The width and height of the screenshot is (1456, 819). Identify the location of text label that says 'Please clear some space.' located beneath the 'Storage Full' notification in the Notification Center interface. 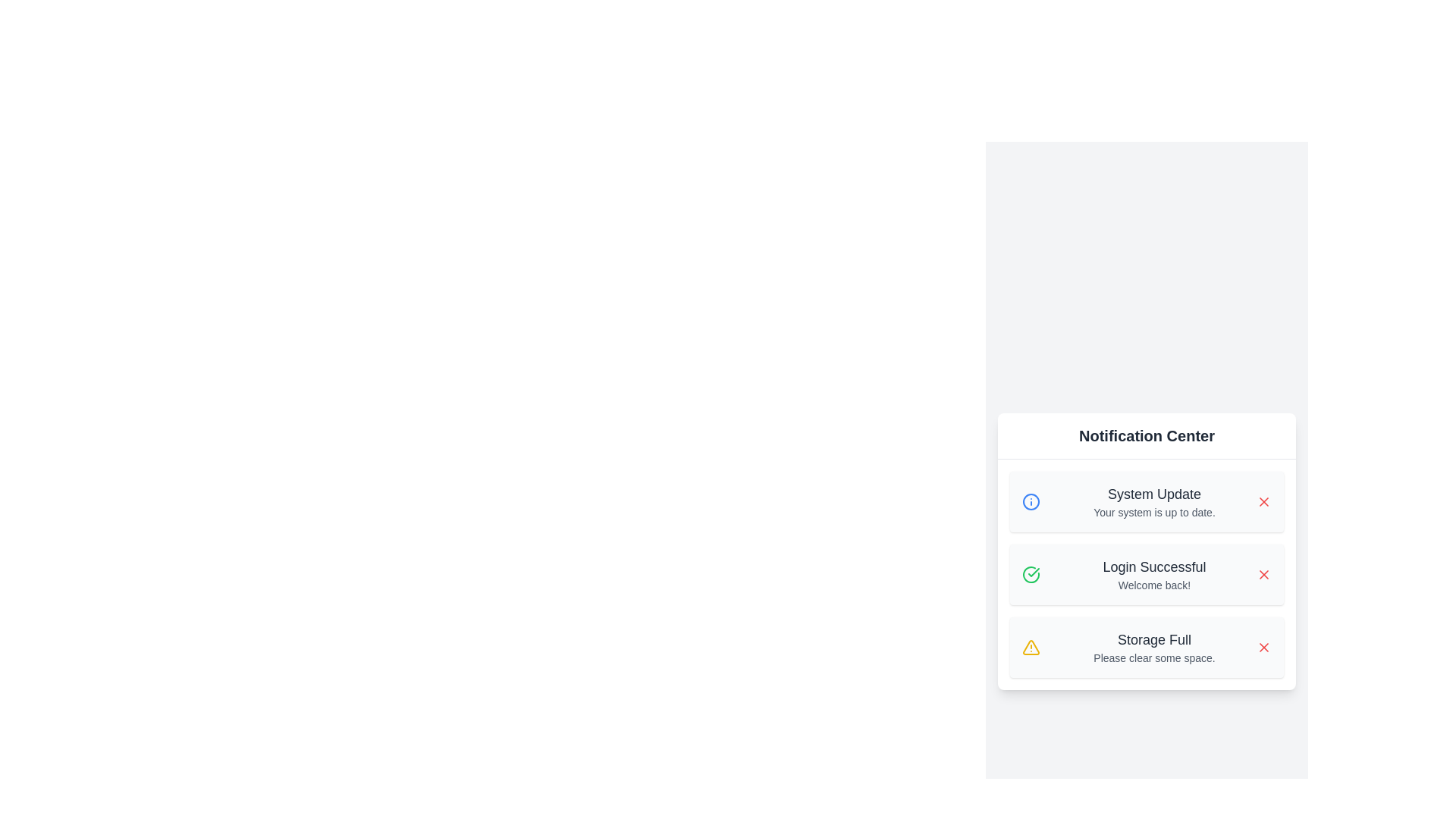
(1153, 657).